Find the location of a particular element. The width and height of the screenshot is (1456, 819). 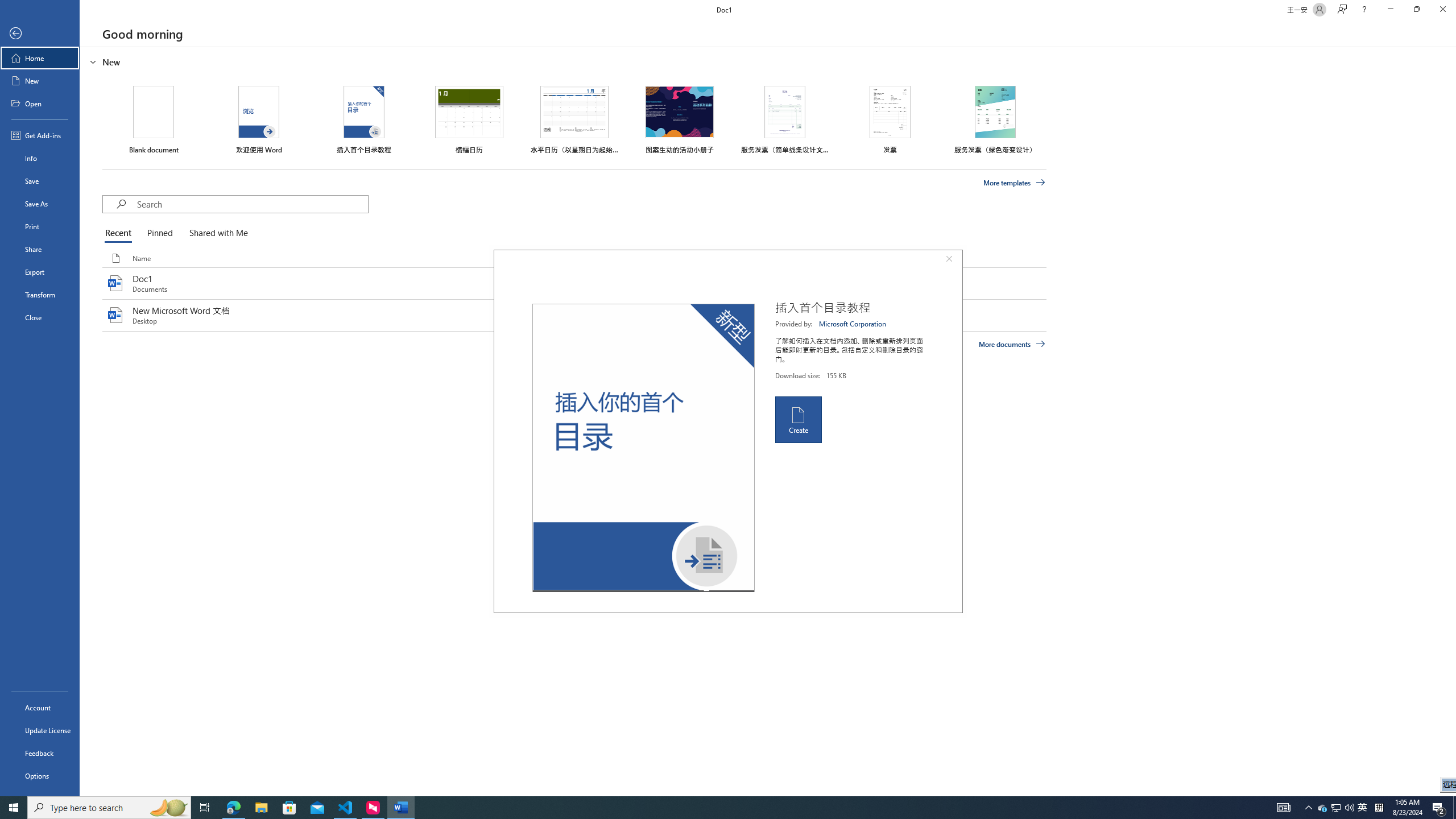

'Home' is located at coordinates (39, 58).